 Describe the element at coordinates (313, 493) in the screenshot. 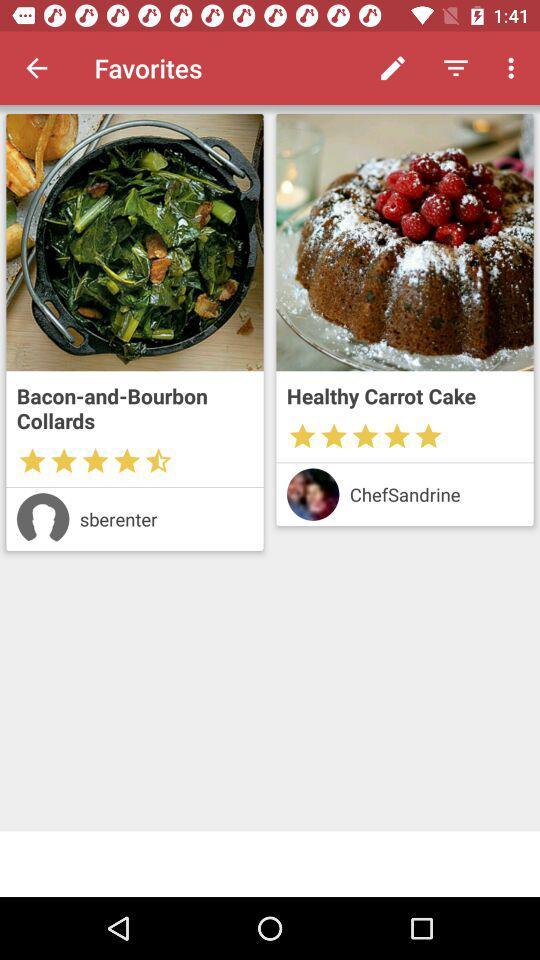

I see `visit profile` at that location.